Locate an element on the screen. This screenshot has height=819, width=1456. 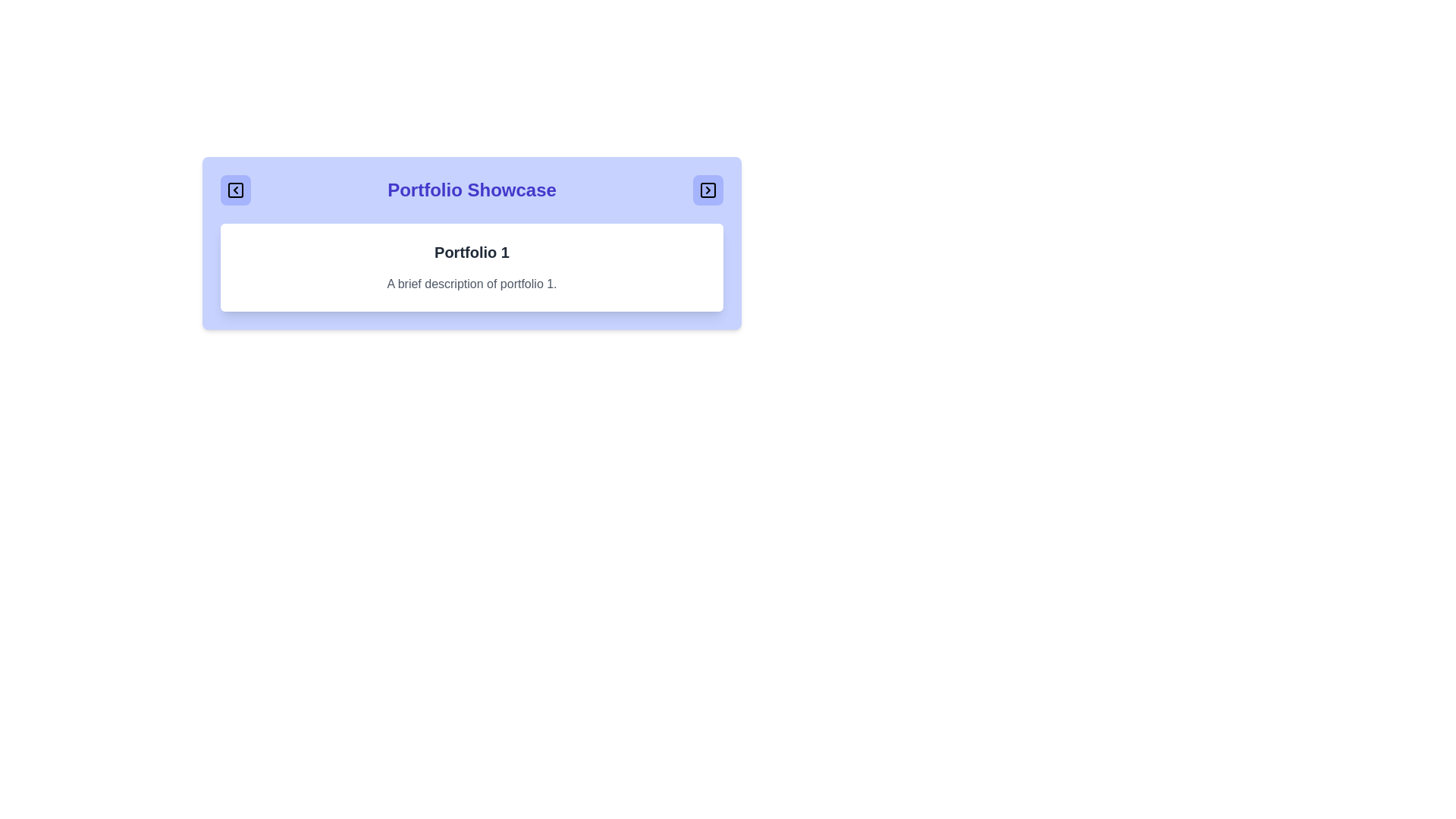
the left-facing chevron icon button with a light blue background and black outline in the top-left corner of the 'Portfolio Showcase' card is located at coordinates (235, 189).